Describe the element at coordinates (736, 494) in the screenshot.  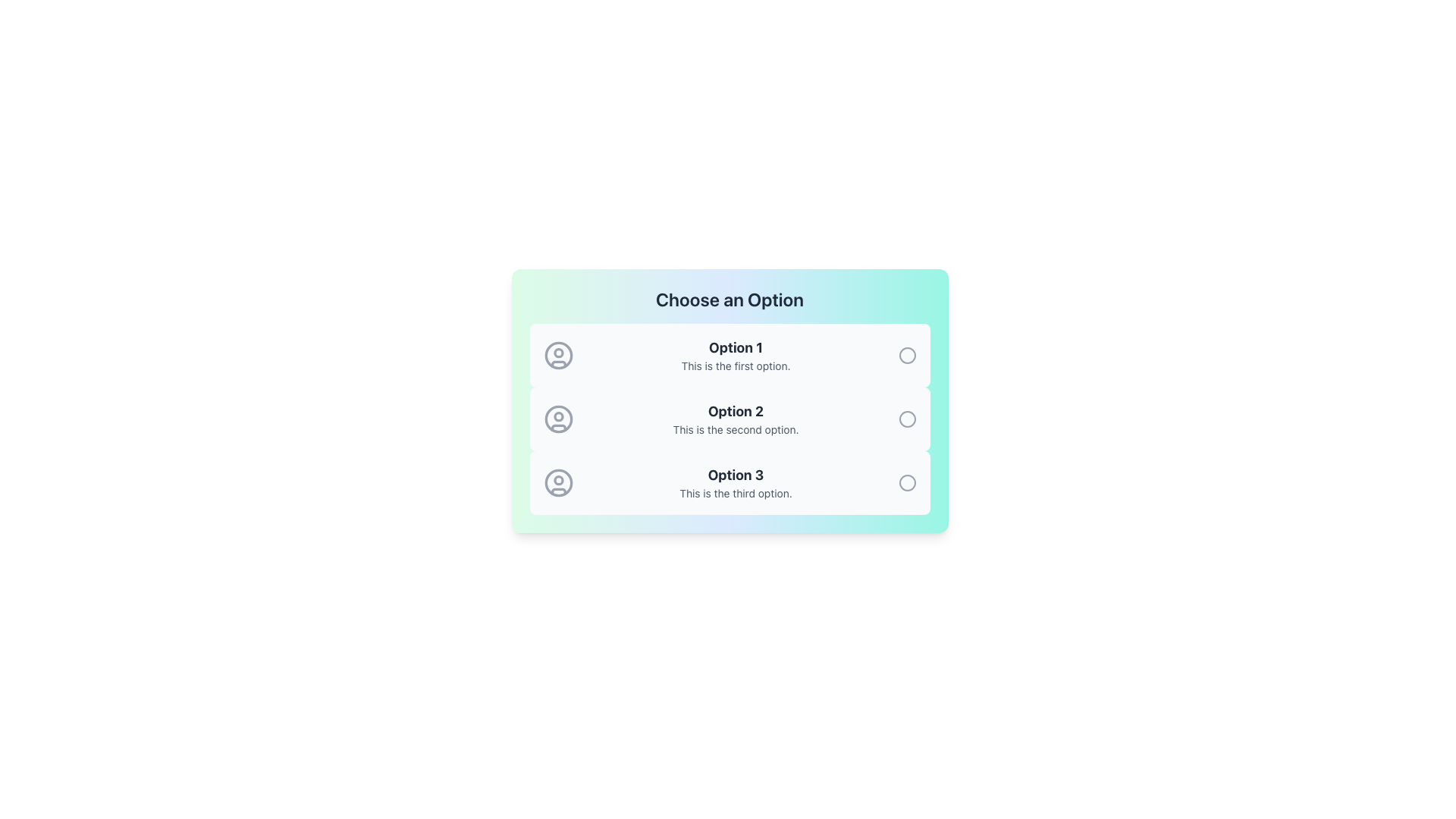
I see `the static text element reading 'This is the third option.' located below 'Option 3' in the UI` at that location.